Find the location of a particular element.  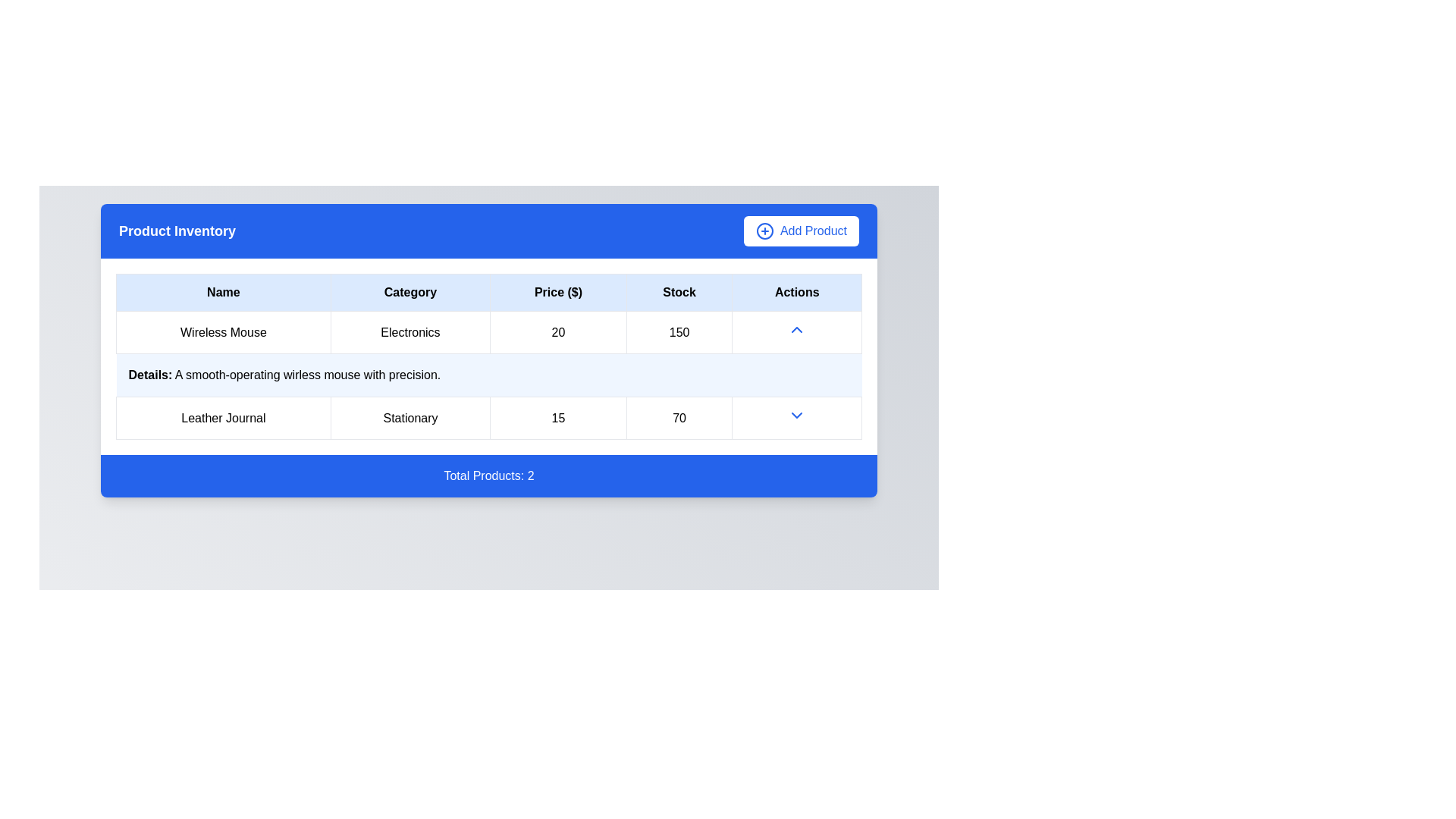

the 'Electronics' text label located in the second cell of the 'Category' column in the table for the product 'Wireless Mouse' is located at coordinates (410, 331).